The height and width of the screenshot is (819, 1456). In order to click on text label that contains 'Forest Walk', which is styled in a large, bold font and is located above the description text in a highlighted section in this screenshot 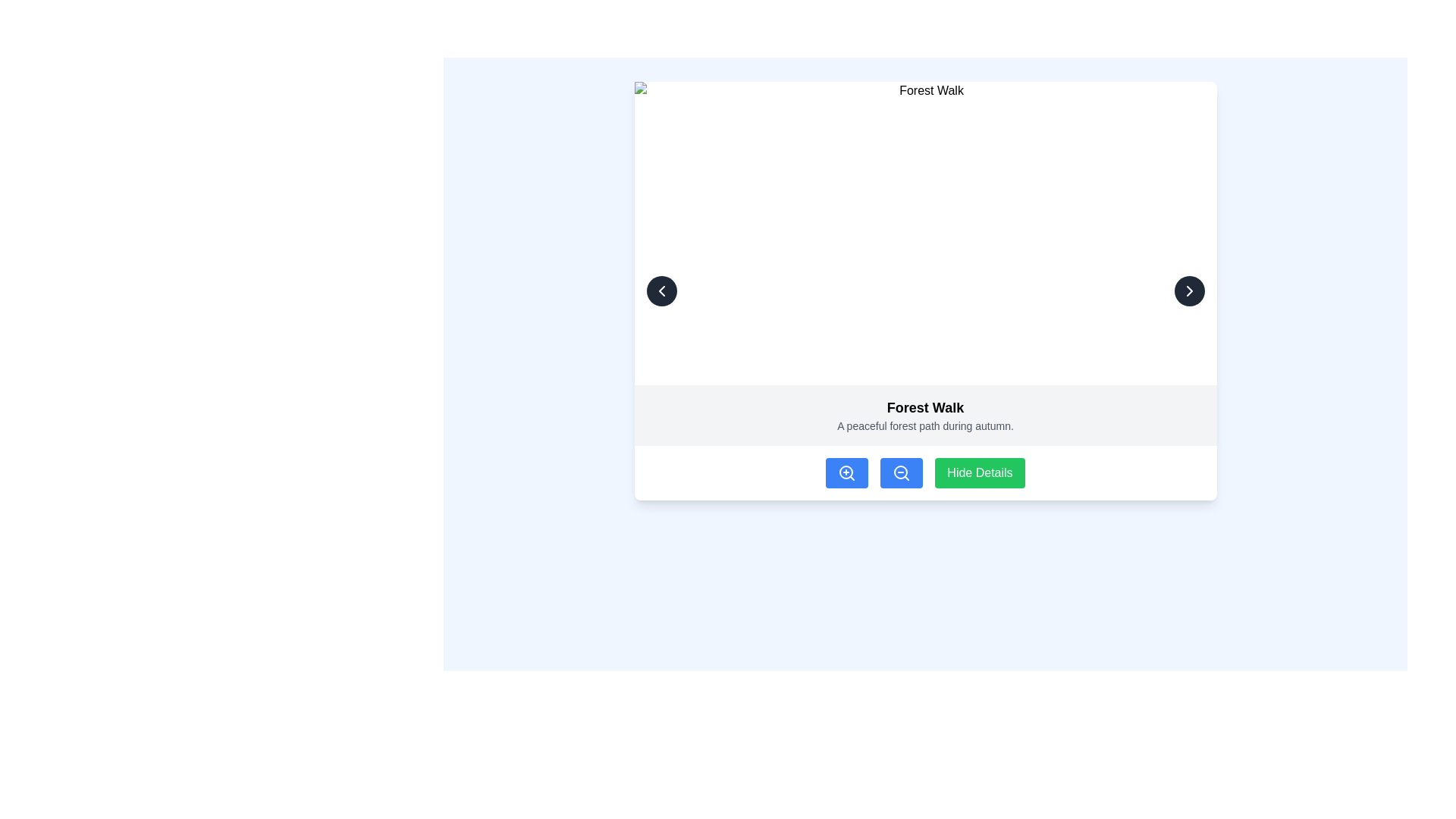, I will do `click(924, 406)`.